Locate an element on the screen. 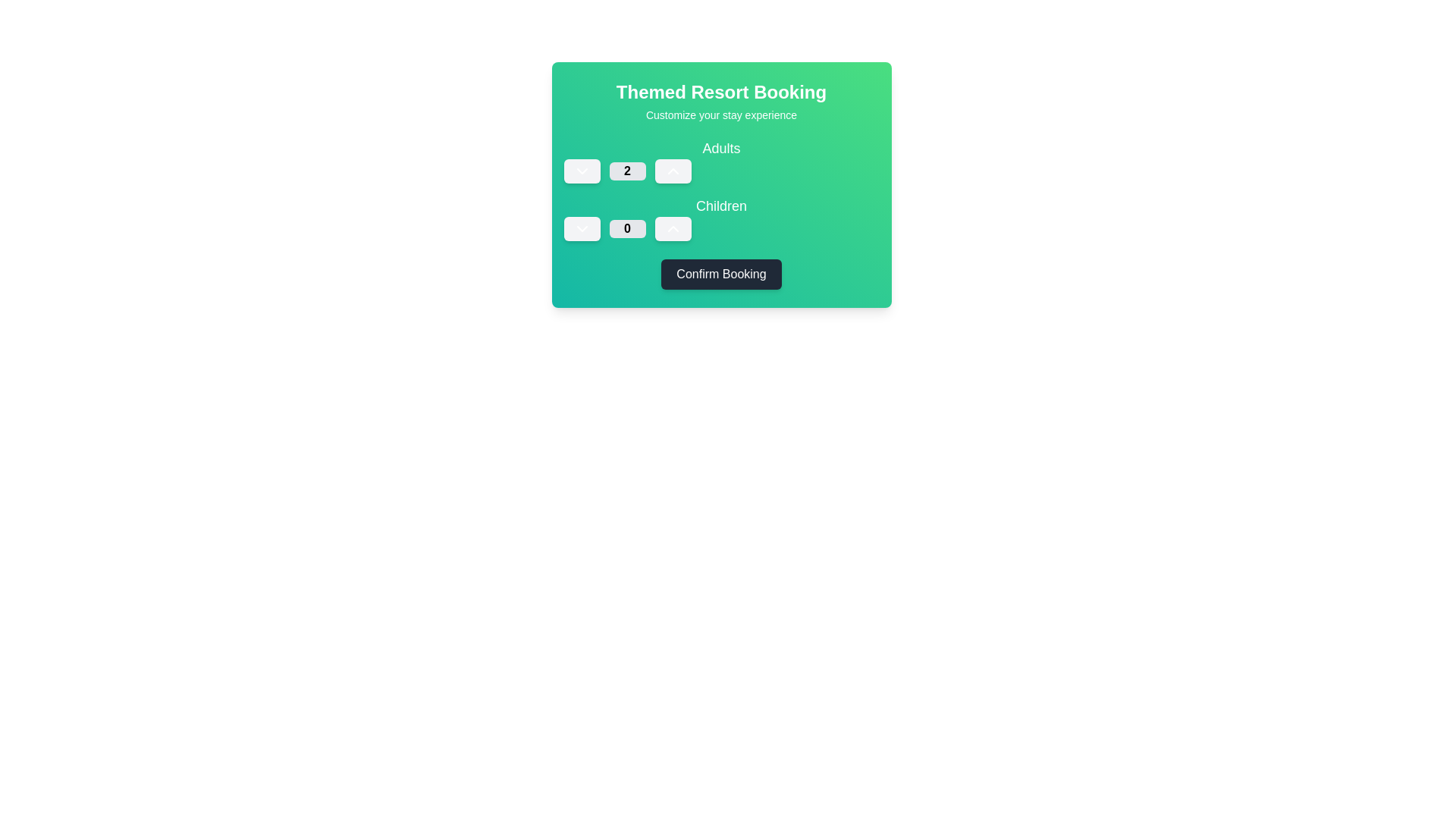  the static text label providing additional context below the heading 'Themed Resort Booking' is located at coordinates (720, 114).